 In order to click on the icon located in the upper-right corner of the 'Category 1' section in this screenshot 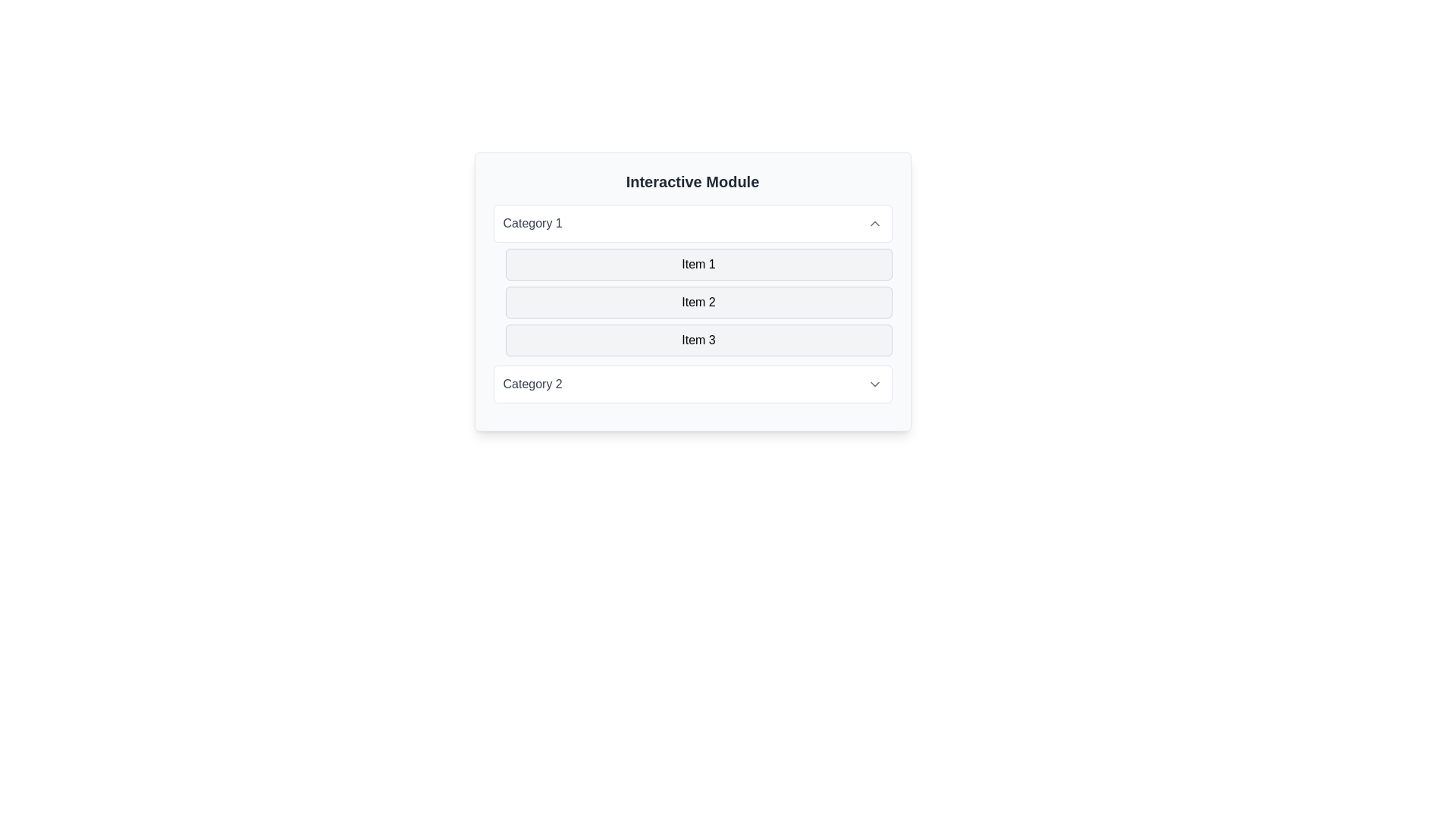, I will do `click(874, 223)`.